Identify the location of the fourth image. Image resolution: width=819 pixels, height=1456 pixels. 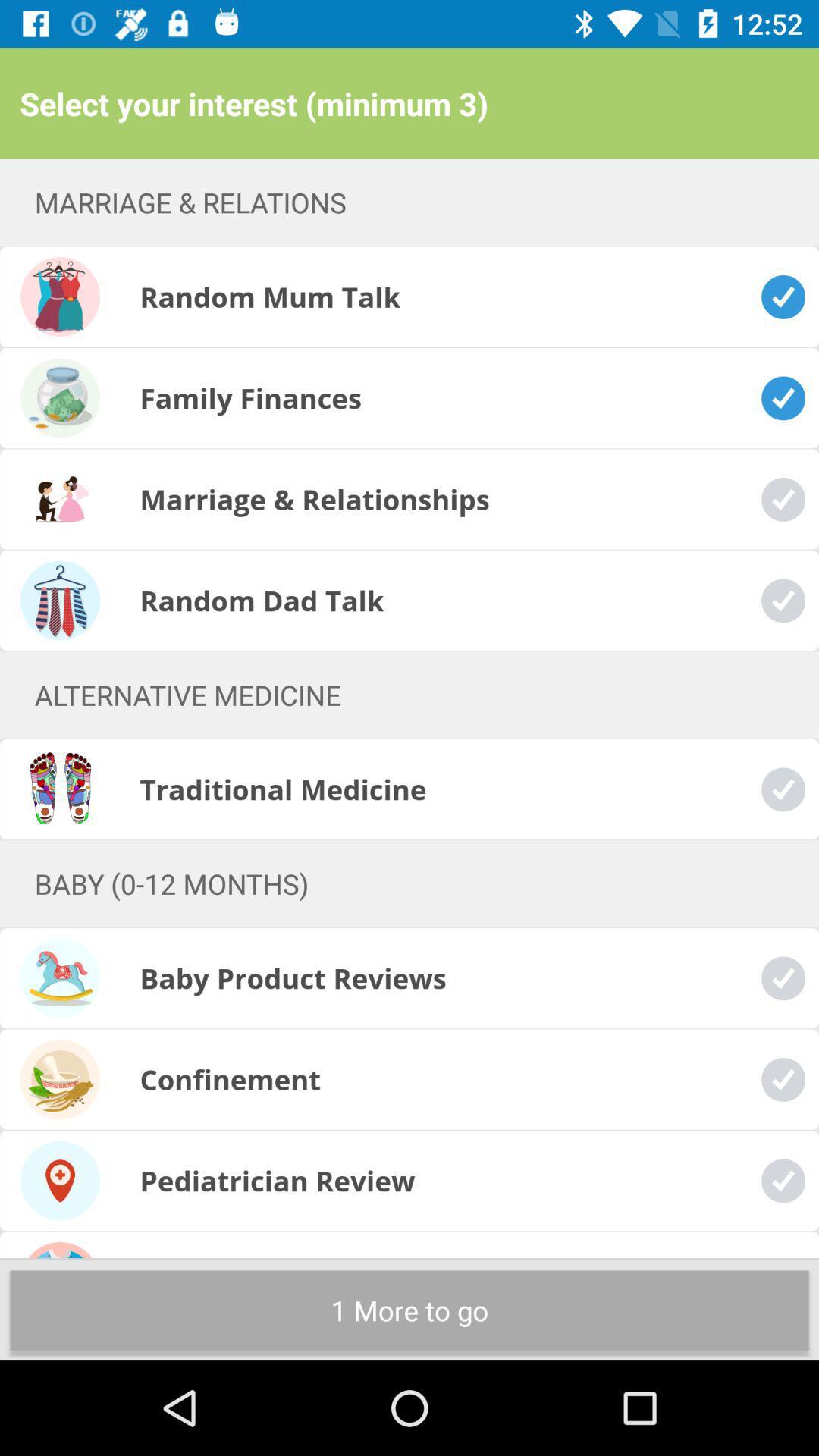
(59, 600).